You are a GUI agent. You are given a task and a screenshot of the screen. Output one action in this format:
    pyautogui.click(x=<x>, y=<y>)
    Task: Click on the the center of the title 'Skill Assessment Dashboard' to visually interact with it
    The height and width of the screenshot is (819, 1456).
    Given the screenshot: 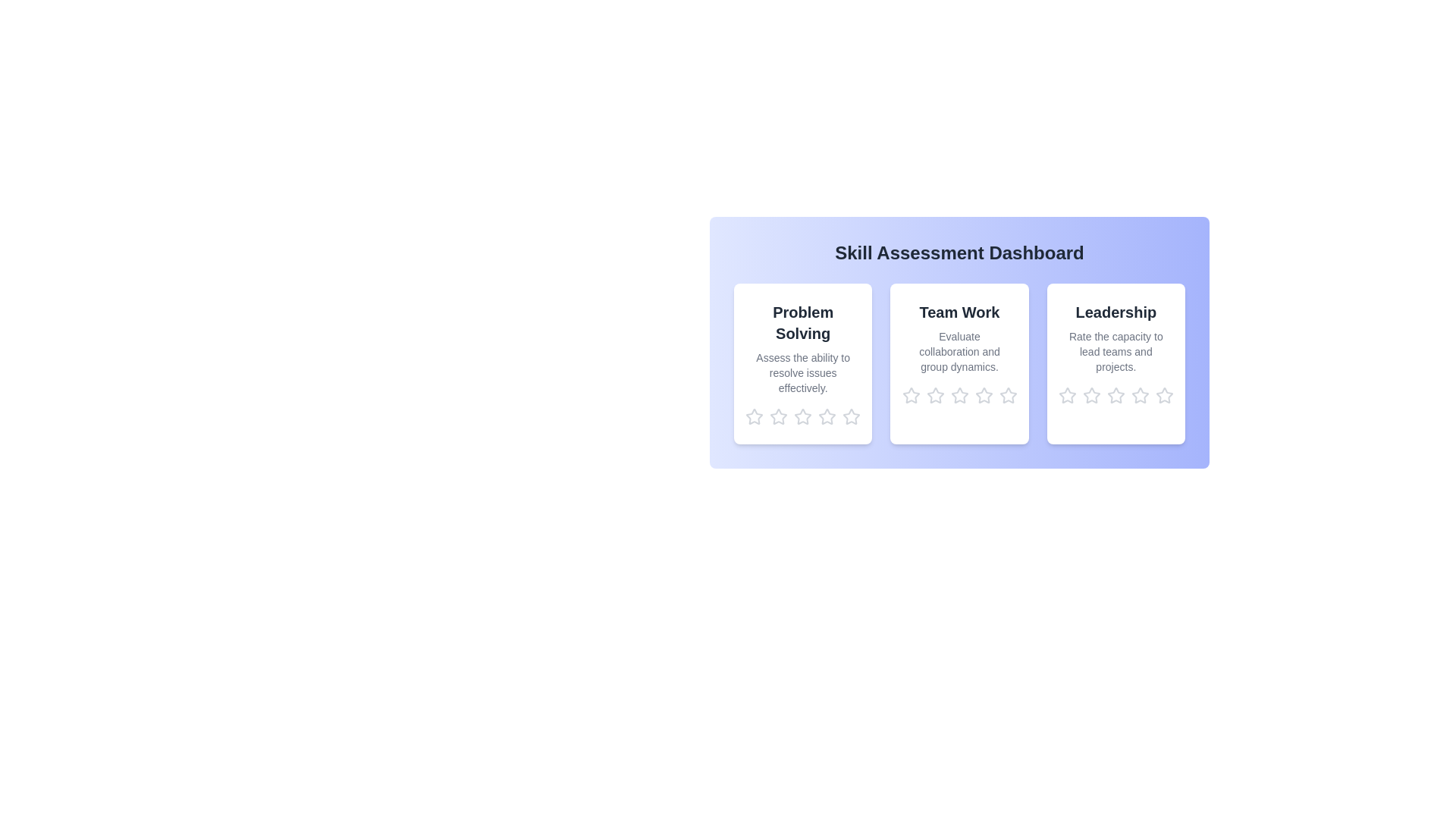 What is the action you would take?
    pyautogui.click(x=959, y=253)
    